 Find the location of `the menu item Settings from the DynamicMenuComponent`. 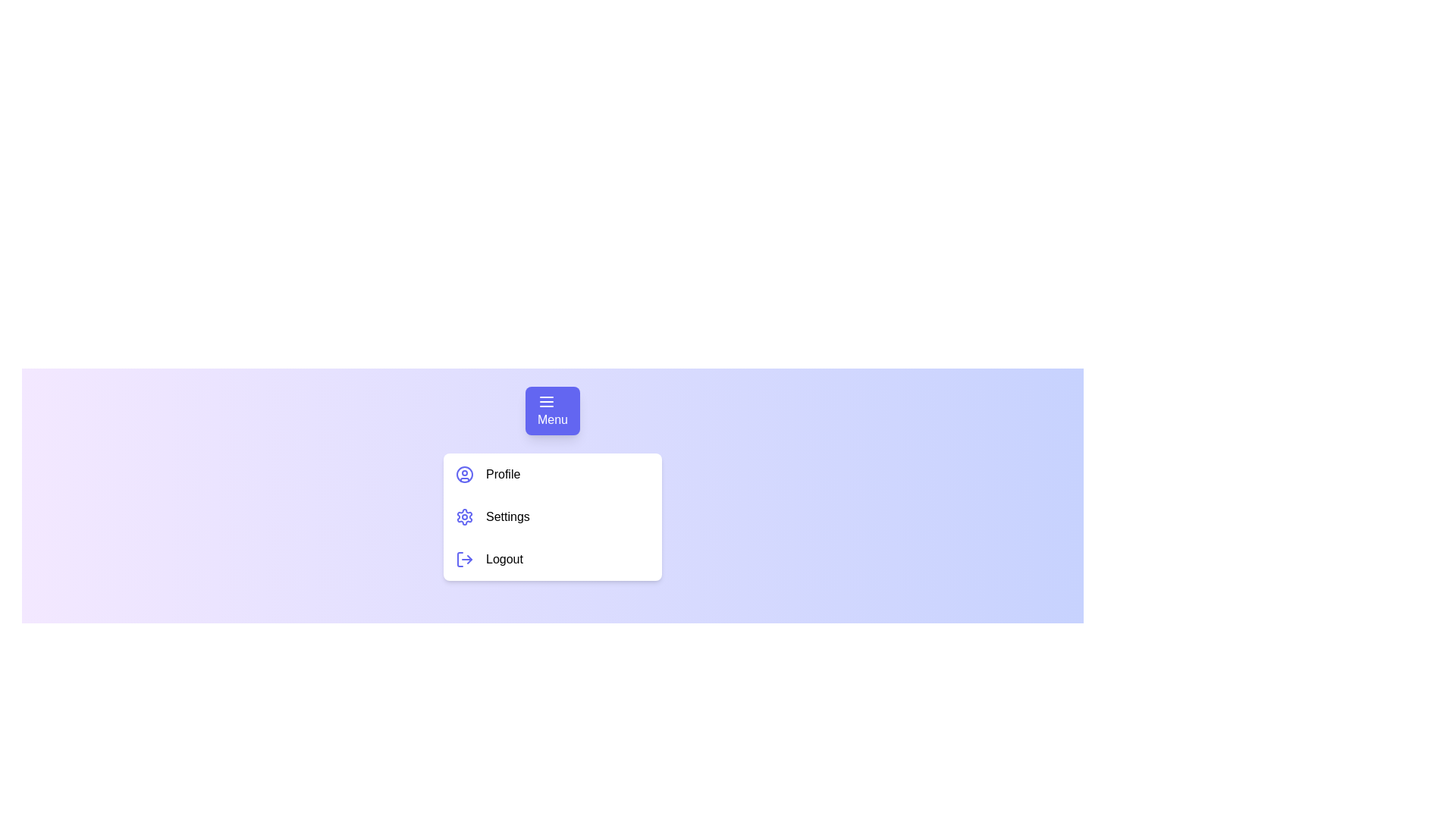

the menu item Settings from the DynamicMenuComponent is located at coordinates (552, 516).